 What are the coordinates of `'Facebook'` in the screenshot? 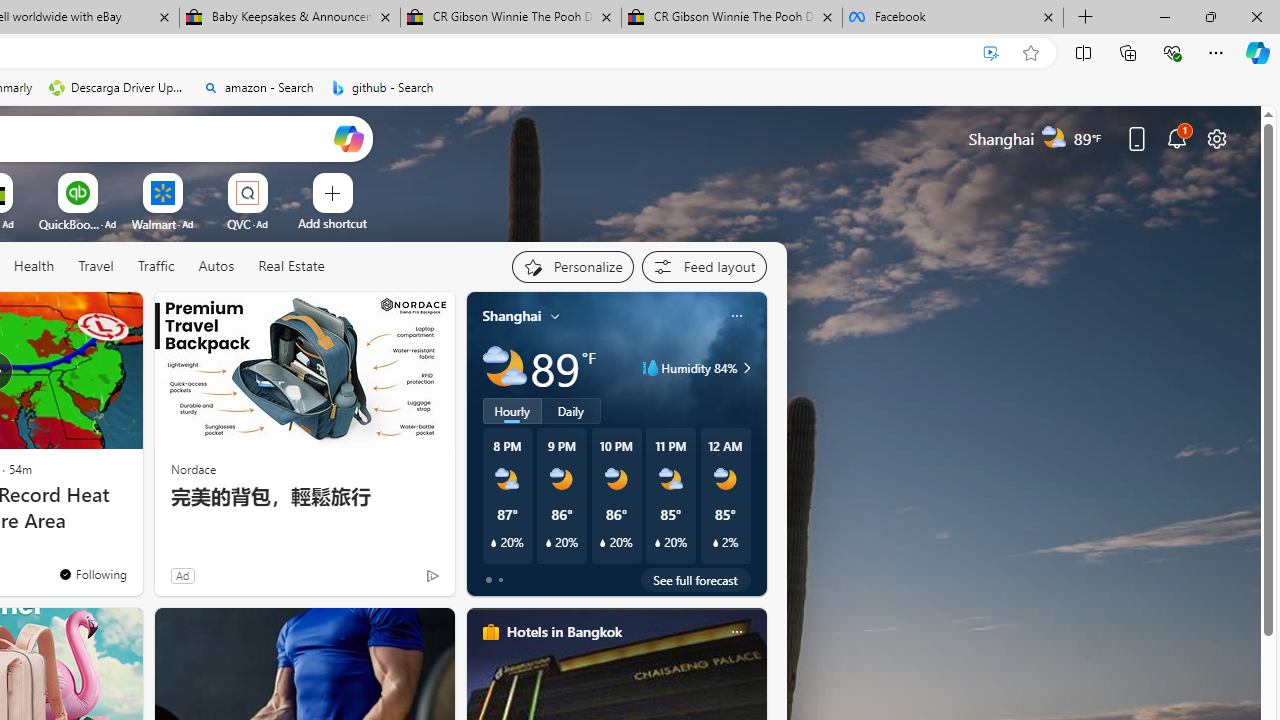 It's located at (952, 17).